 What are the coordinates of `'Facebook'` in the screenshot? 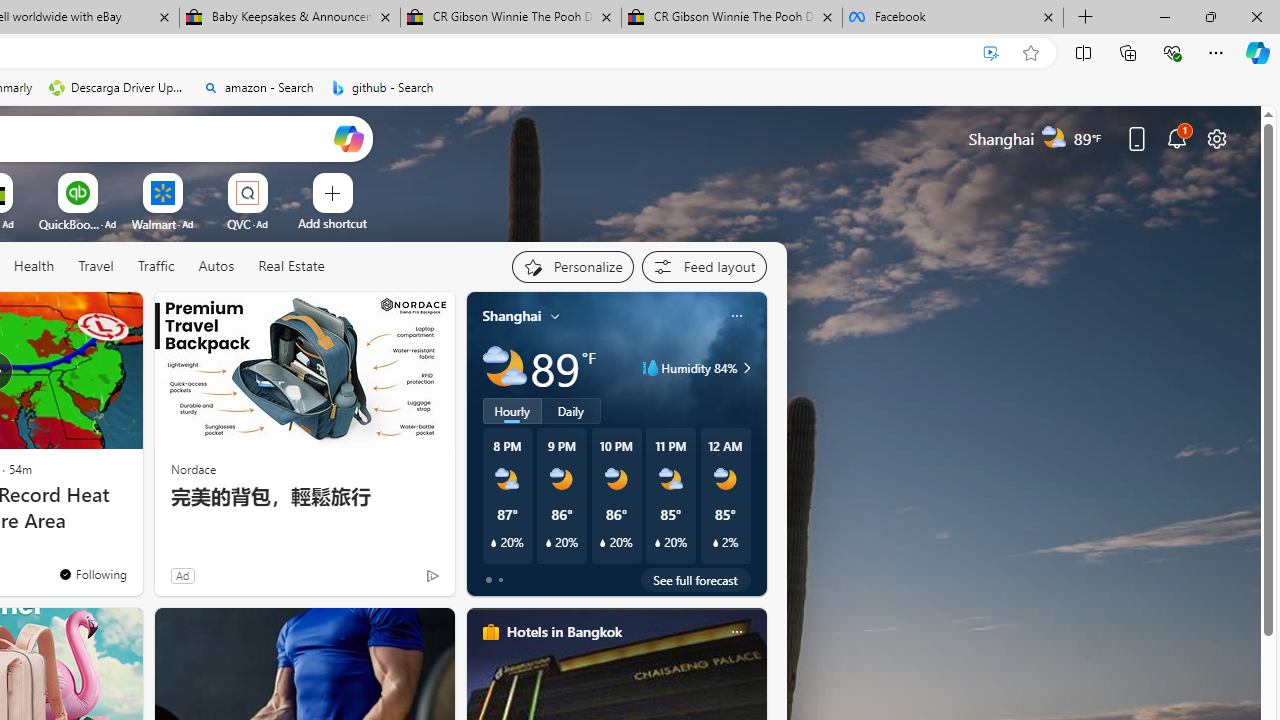 It's located at (952, 17).